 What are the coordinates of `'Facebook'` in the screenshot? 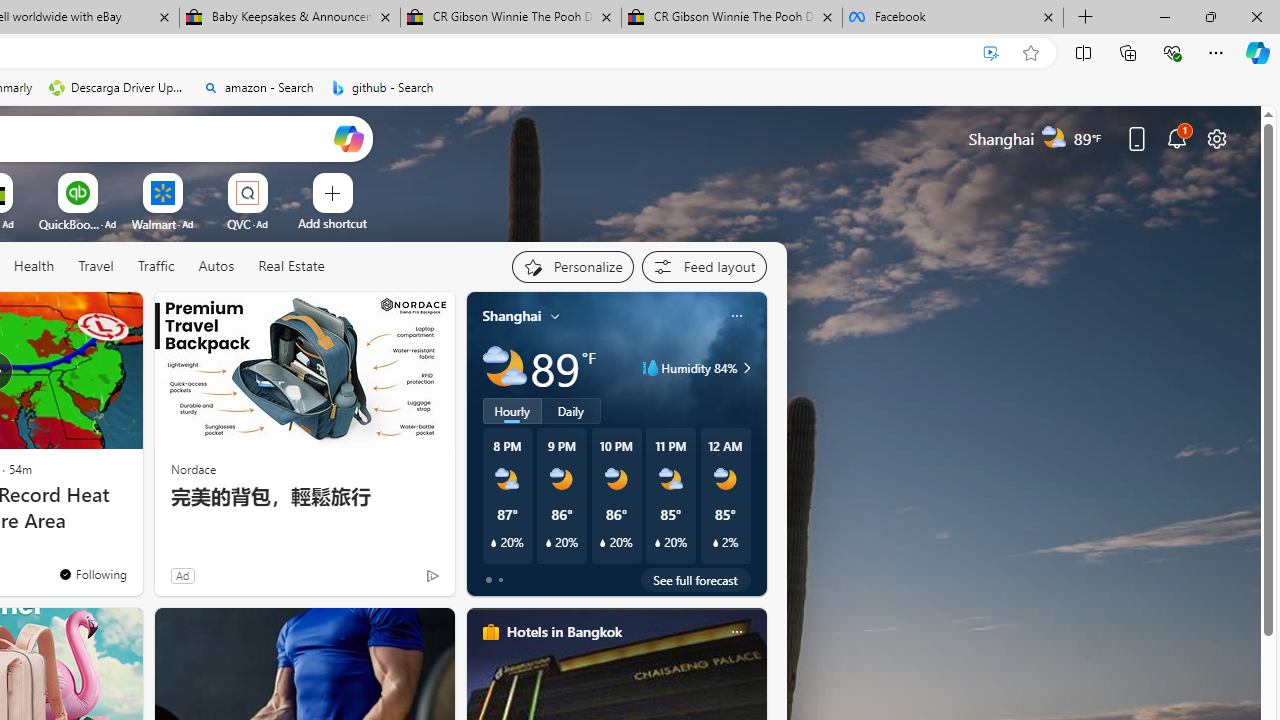 It's located at (952, 17).